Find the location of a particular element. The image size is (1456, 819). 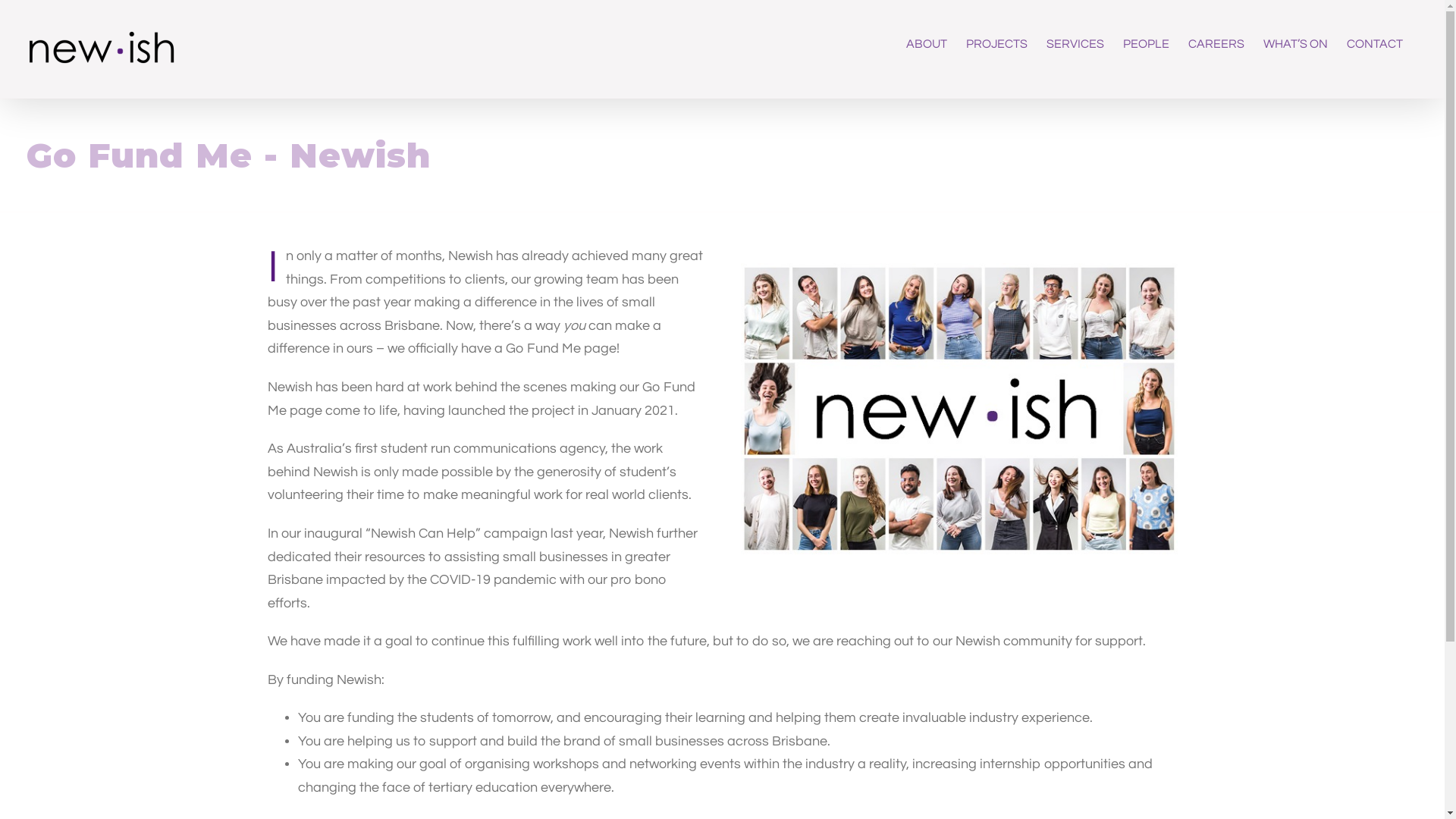

'CONTACT' is located at coordinates (1347, 42).